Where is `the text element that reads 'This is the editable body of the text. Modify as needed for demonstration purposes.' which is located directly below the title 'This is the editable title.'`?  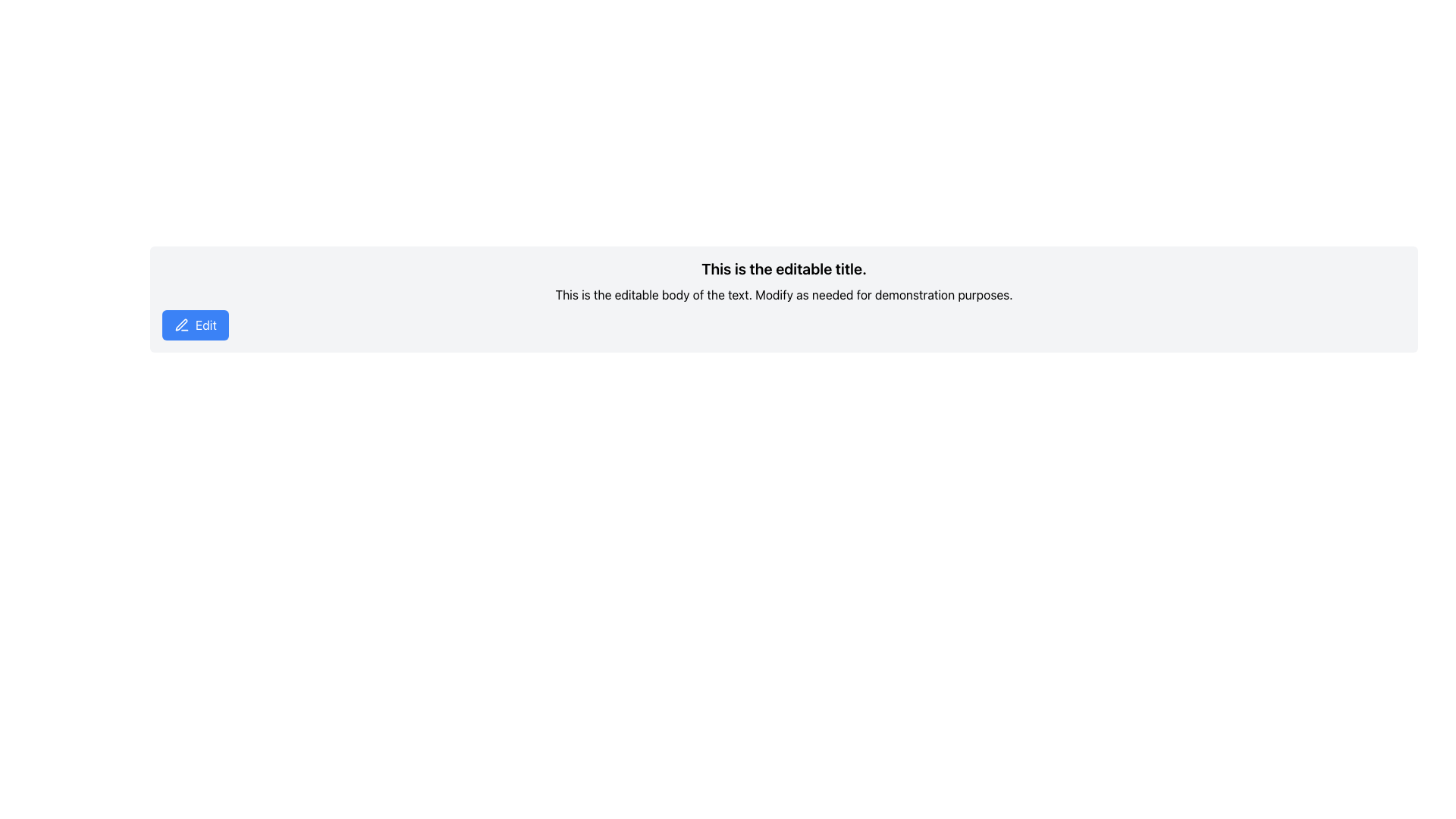
the text element that reads 'This is the editable body of the text. Modify as needed for demonstration purposes.' which is located directly below the title 'This is the editable title.' is located at coordinates (783, 295).